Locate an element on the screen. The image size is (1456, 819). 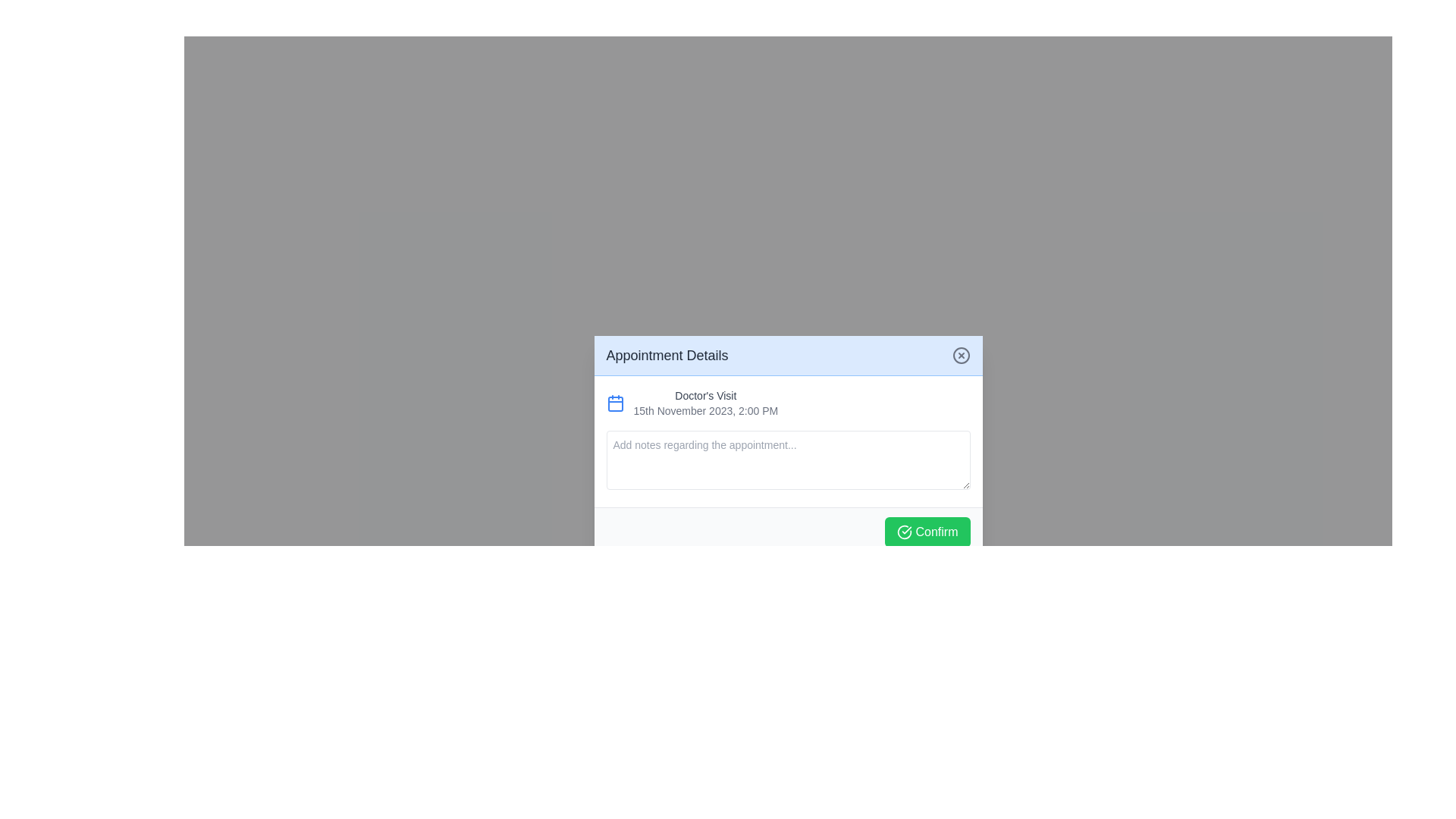
the 'Confirm' button with a green background and checkmark icon at the bottom-right corner of the 'Appointment Details' dialog is located at coordinates (927, 531).